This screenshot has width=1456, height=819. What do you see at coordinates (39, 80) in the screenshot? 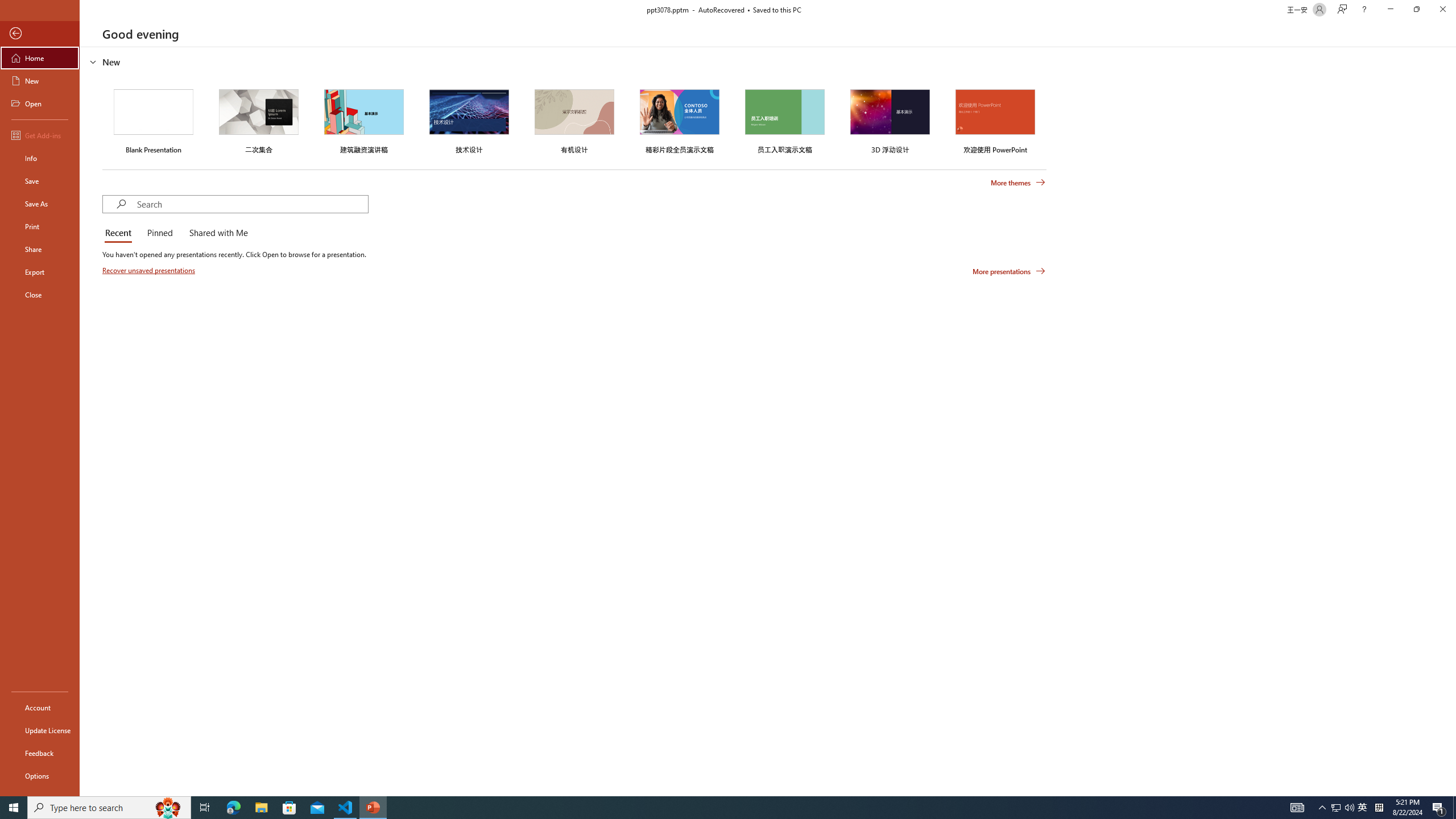
I see `'New'` at bounding box center [39, 80].